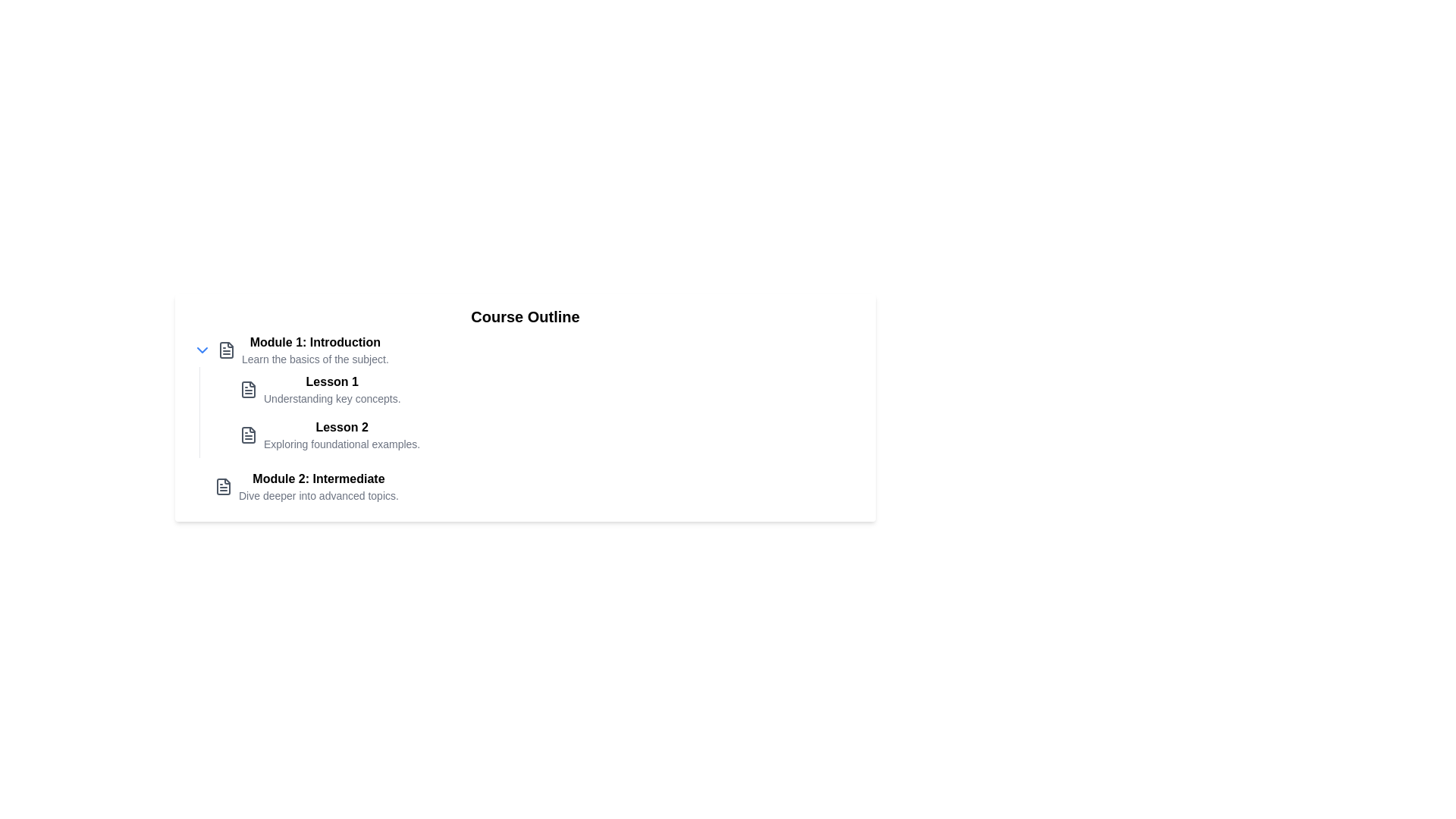  I want to click on text displayed in the first module of the course outline, which includes the title and description of the module, so click(314, 350).